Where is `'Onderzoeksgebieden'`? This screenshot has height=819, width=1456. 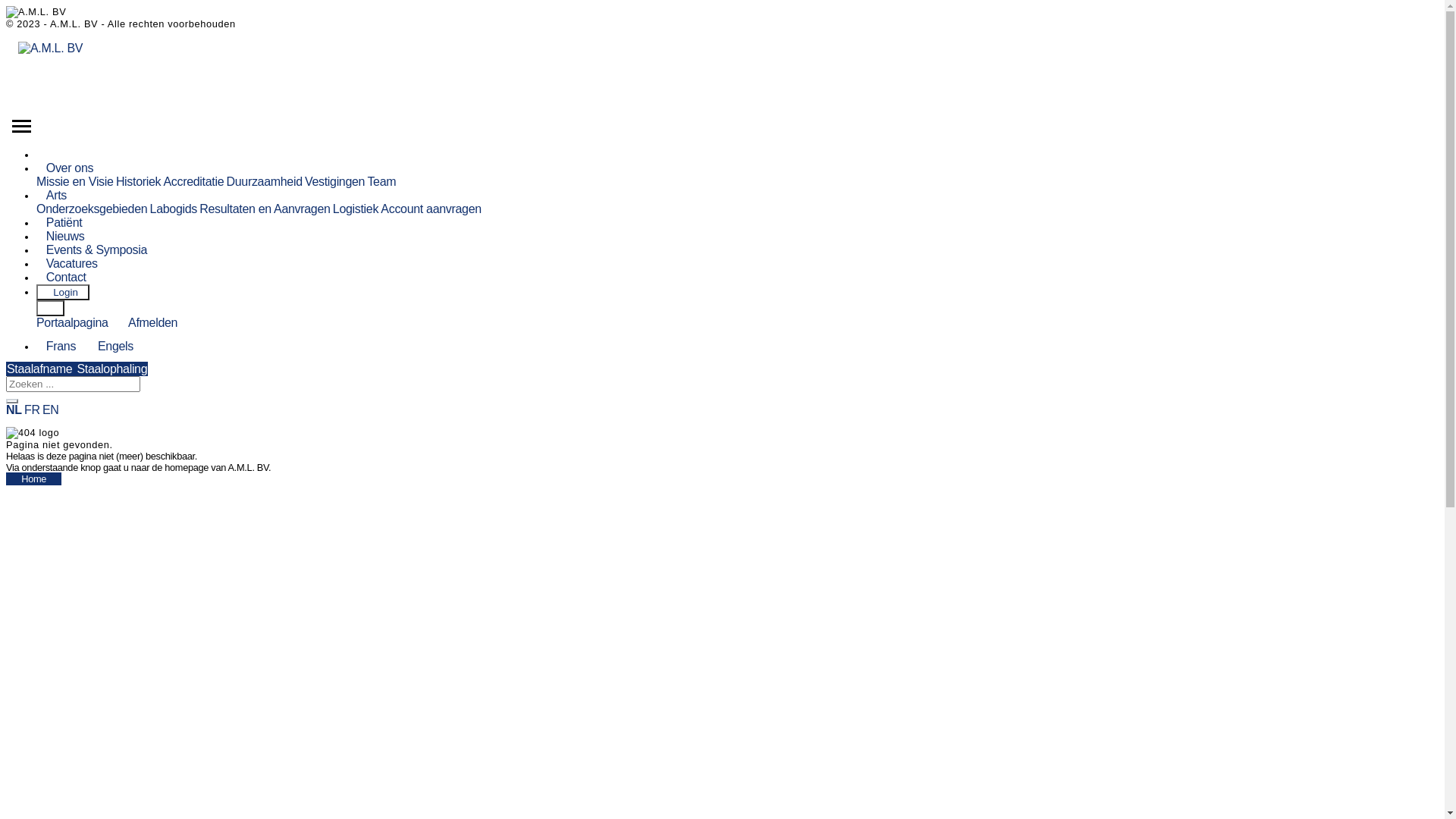 'Onderzoeksgebieden' is located at coordinates (36, 209).